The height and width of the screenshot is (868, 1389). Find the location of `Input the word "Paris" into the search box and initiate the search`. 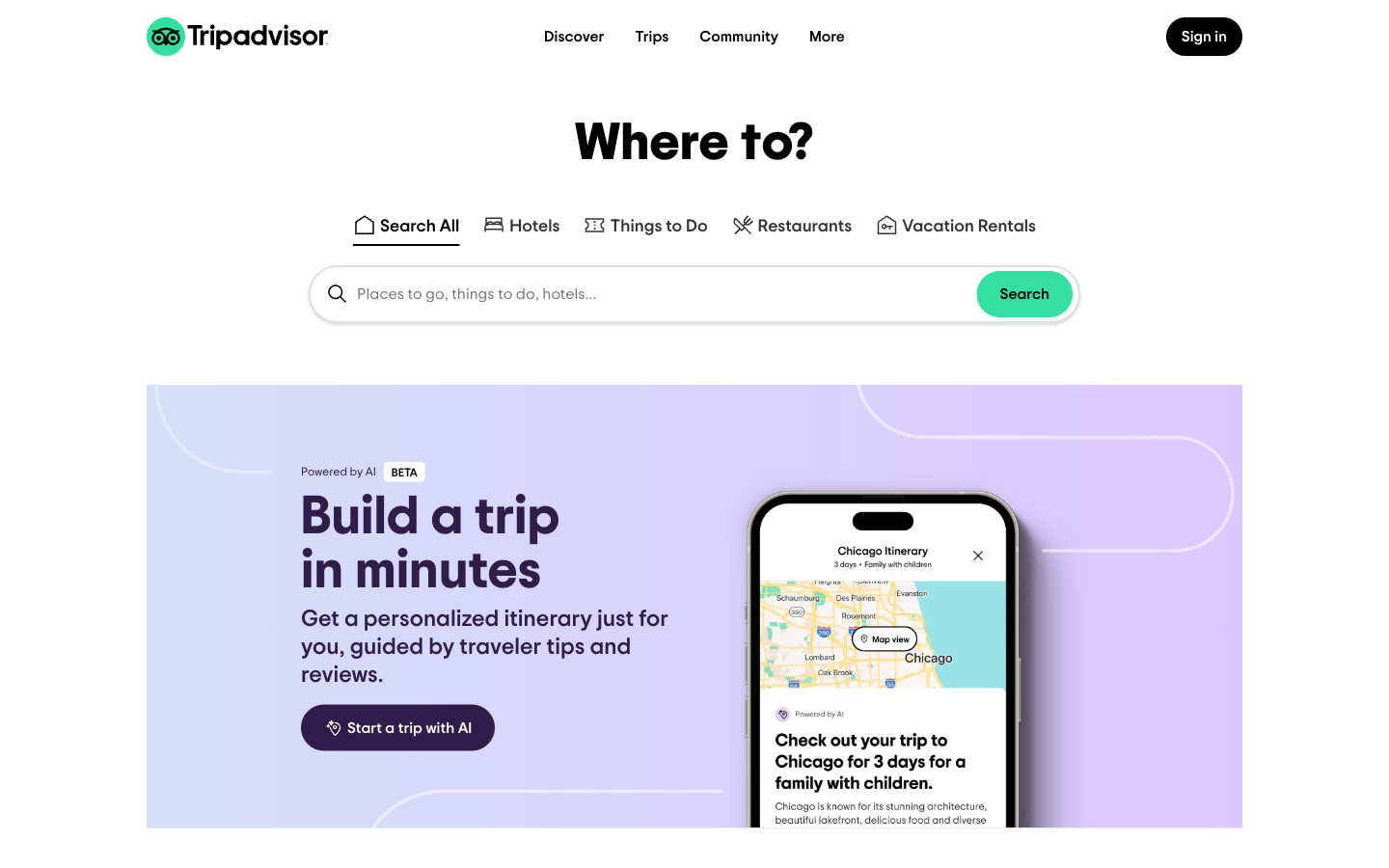

Input the word "Paris" into the search box and initiate the search is located at coordinates (520, 218).